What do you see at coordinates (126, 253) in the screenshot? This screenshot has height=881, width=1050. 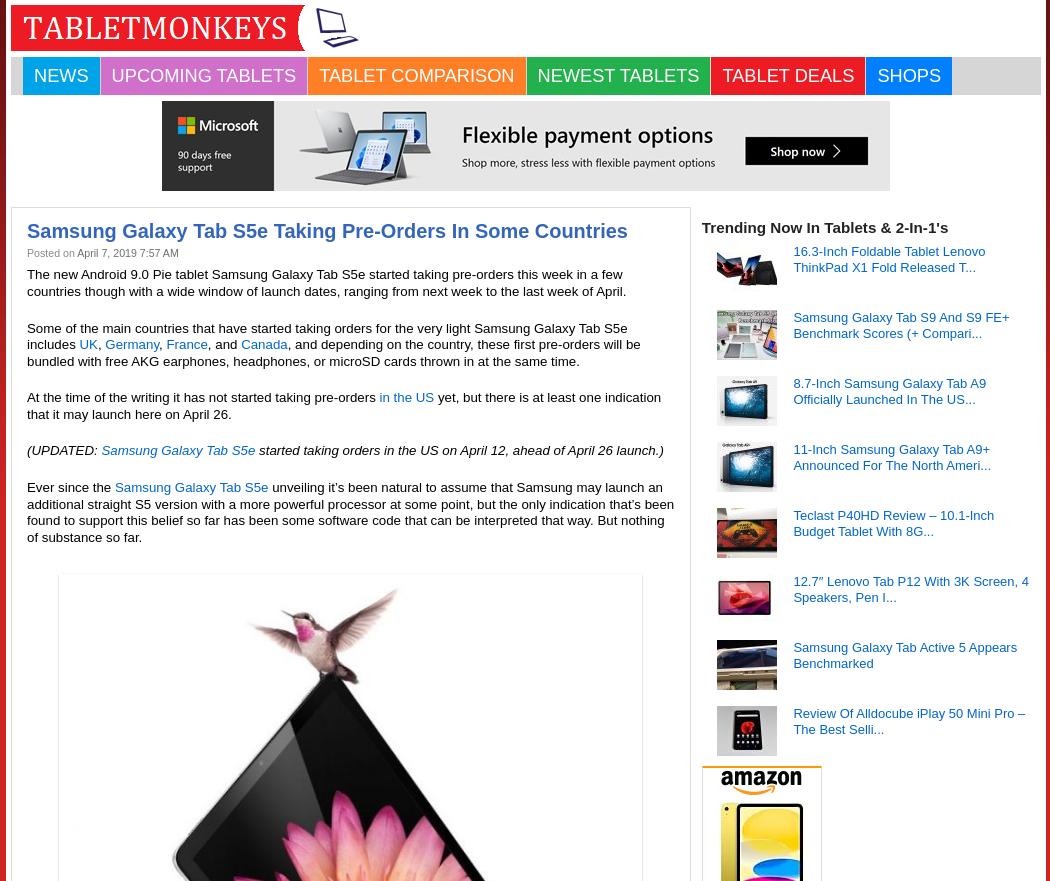 I see `'April 7, 2019 7:57 AM'` at bounding box center [126, 253].